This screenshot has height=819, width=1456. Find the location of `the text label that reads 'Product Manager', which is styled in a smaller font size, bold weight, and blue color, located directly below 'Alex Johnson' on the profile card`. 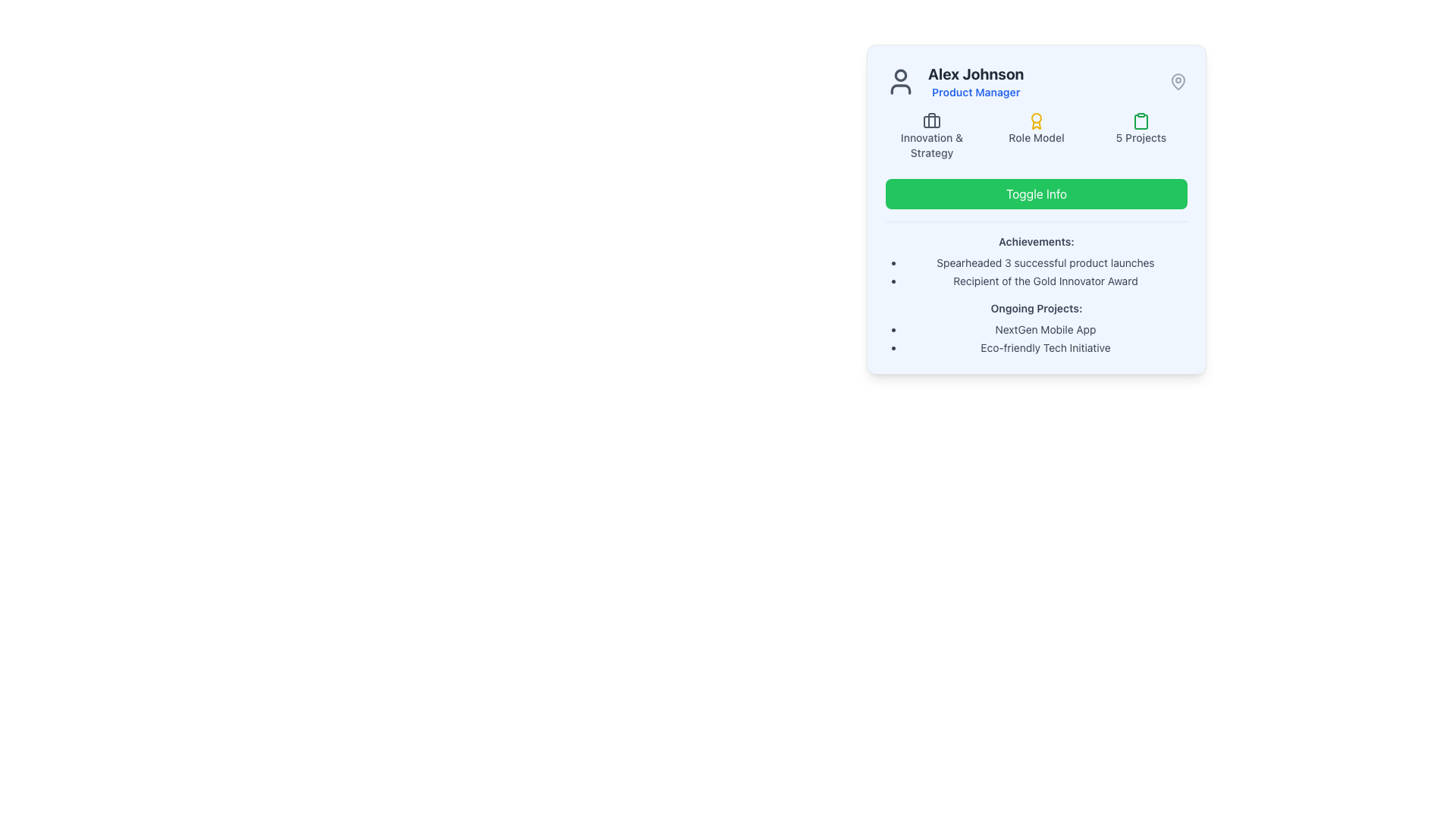

the text label that reads 'Product Manager', which is styled in a smaller font size, bold weight, and blue color, located directly below 'Alex Johnson' on the profile card is located at coordinates (976, 93).